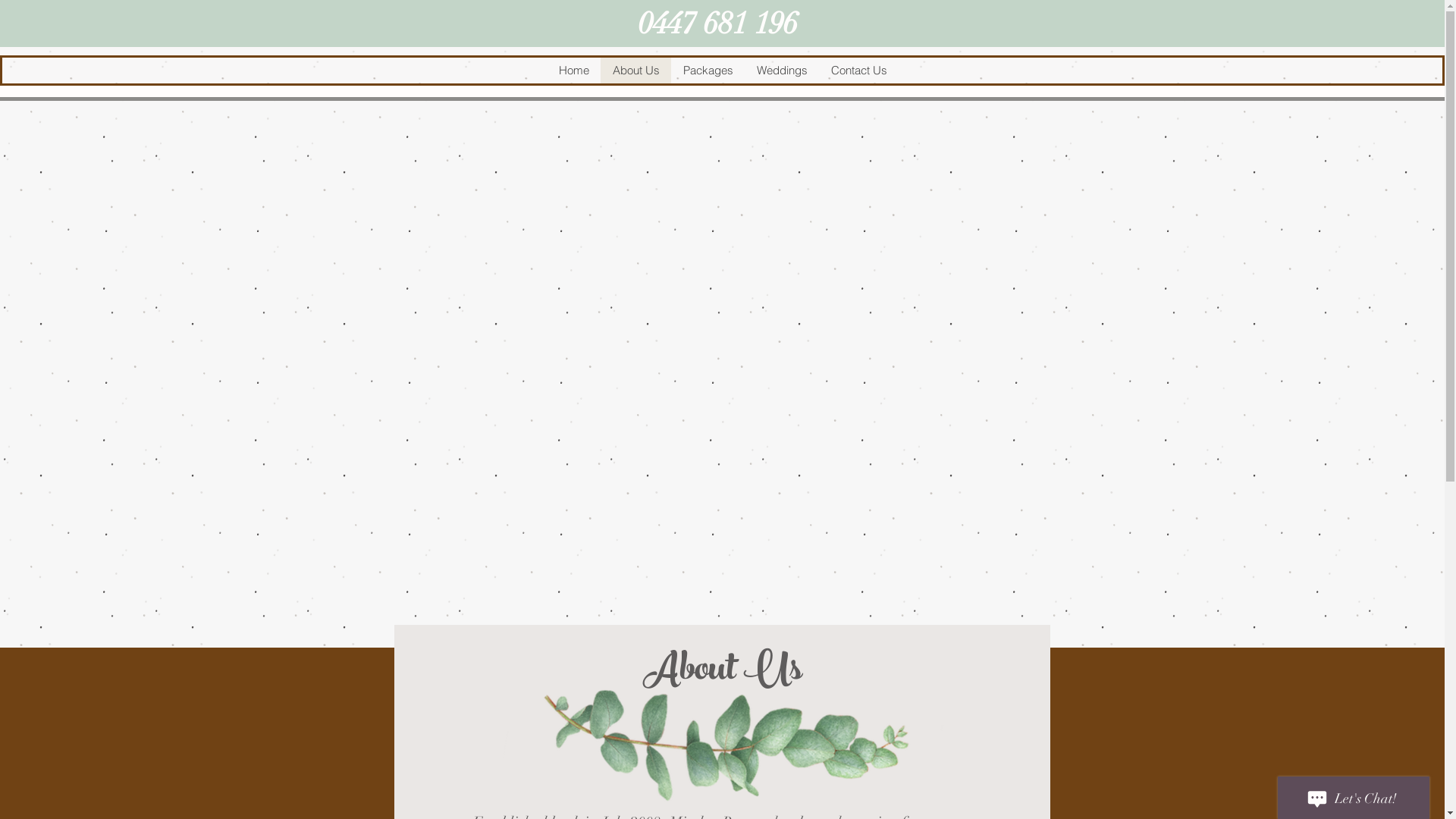 This screenshot has width=1456, height=819. I want to click on 'Packages', so click(706, 70).